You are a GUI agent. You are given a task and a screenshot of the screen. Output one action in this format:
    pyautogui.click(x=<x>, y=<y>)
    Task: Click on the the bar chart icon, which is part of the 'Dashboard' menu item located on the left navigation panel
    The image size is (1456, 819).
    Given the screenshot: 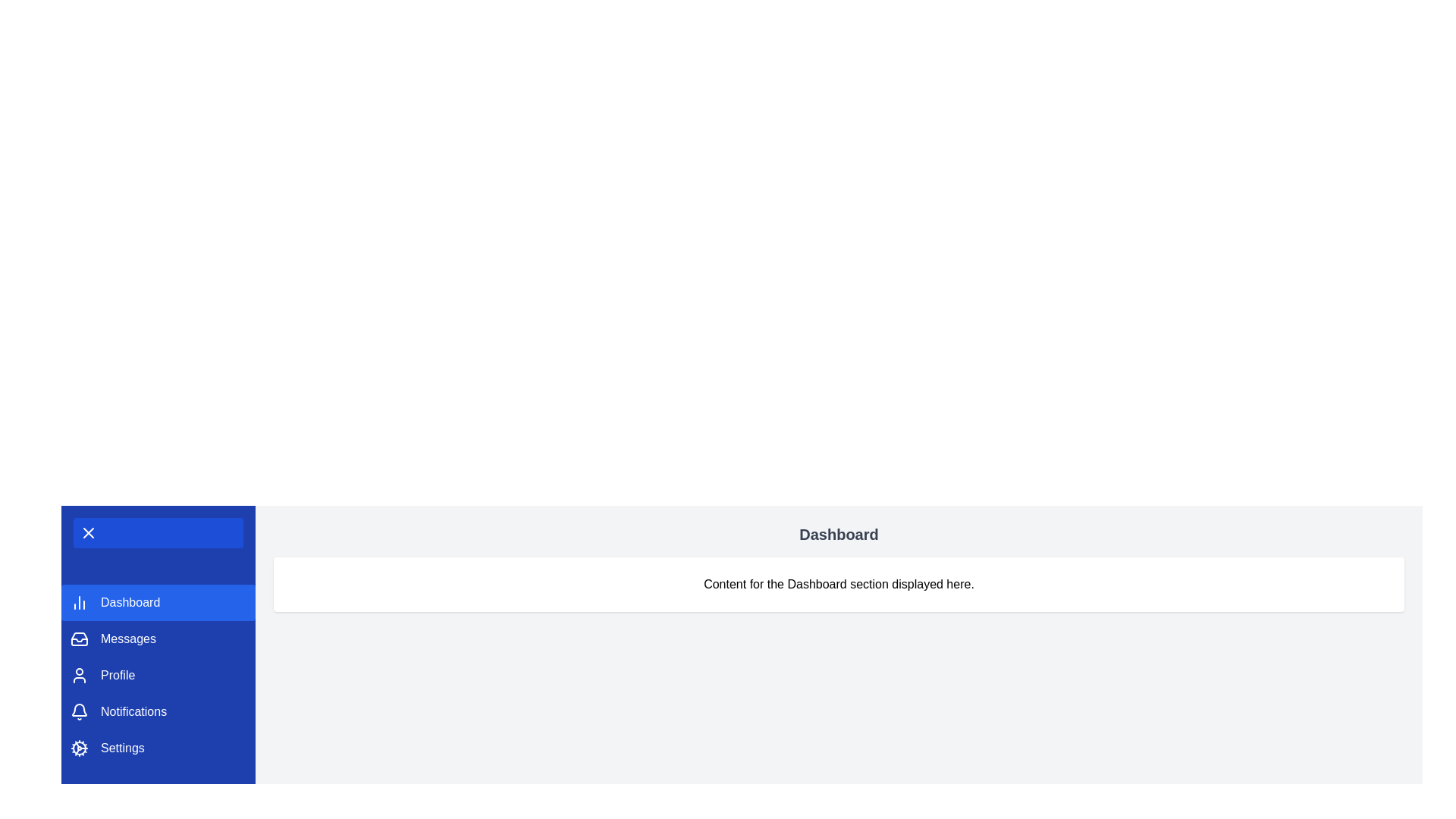 What is the action you would take?
    pyautogui.click(x=79, y=601)
    